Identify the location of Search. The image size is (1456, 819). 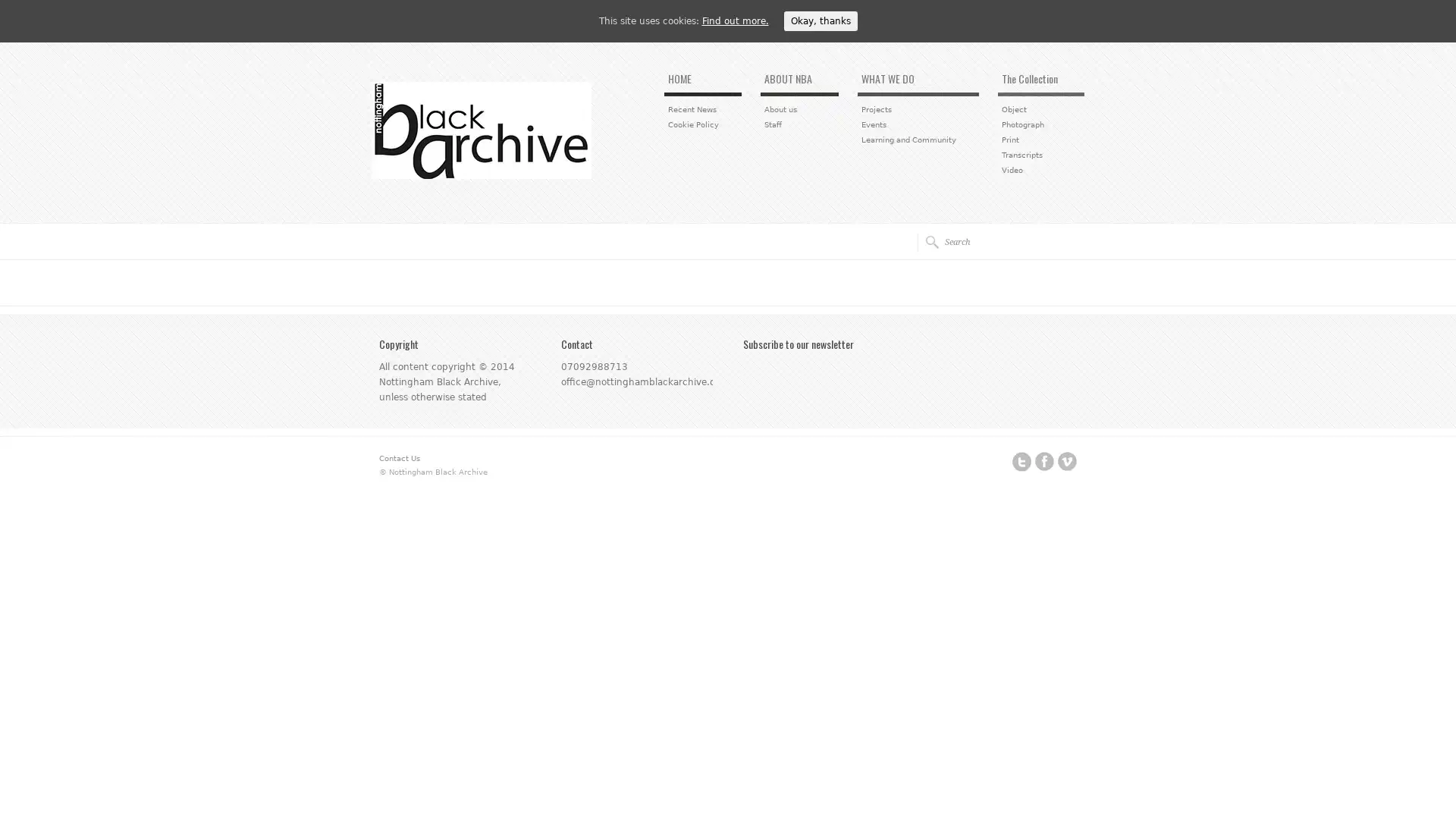
(927, 241).